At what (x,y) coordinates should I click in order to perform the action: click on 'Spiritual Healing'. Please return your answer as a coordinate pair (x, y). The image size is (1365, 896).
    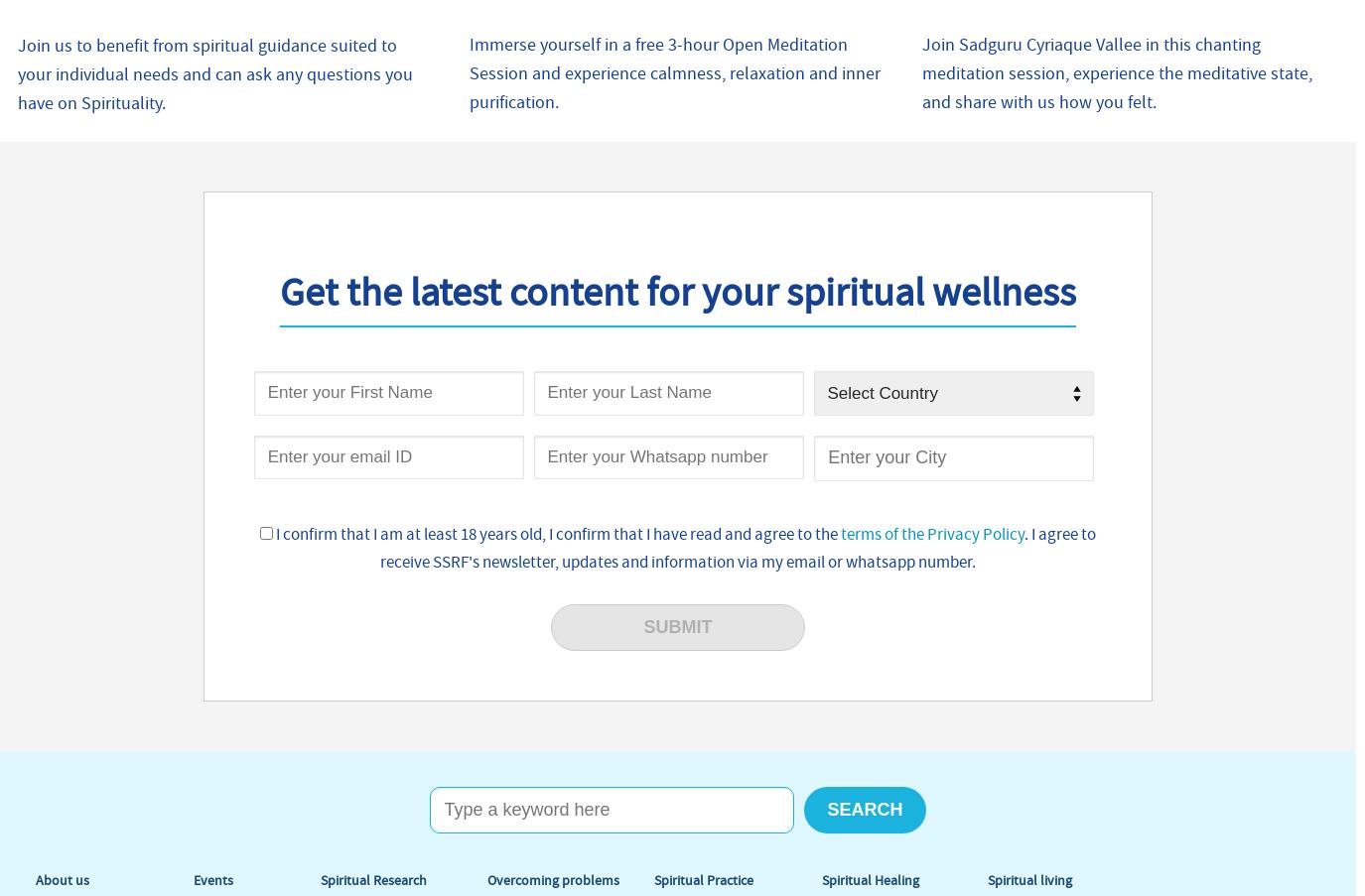
    Looking at the image, I should click on (870, 880).